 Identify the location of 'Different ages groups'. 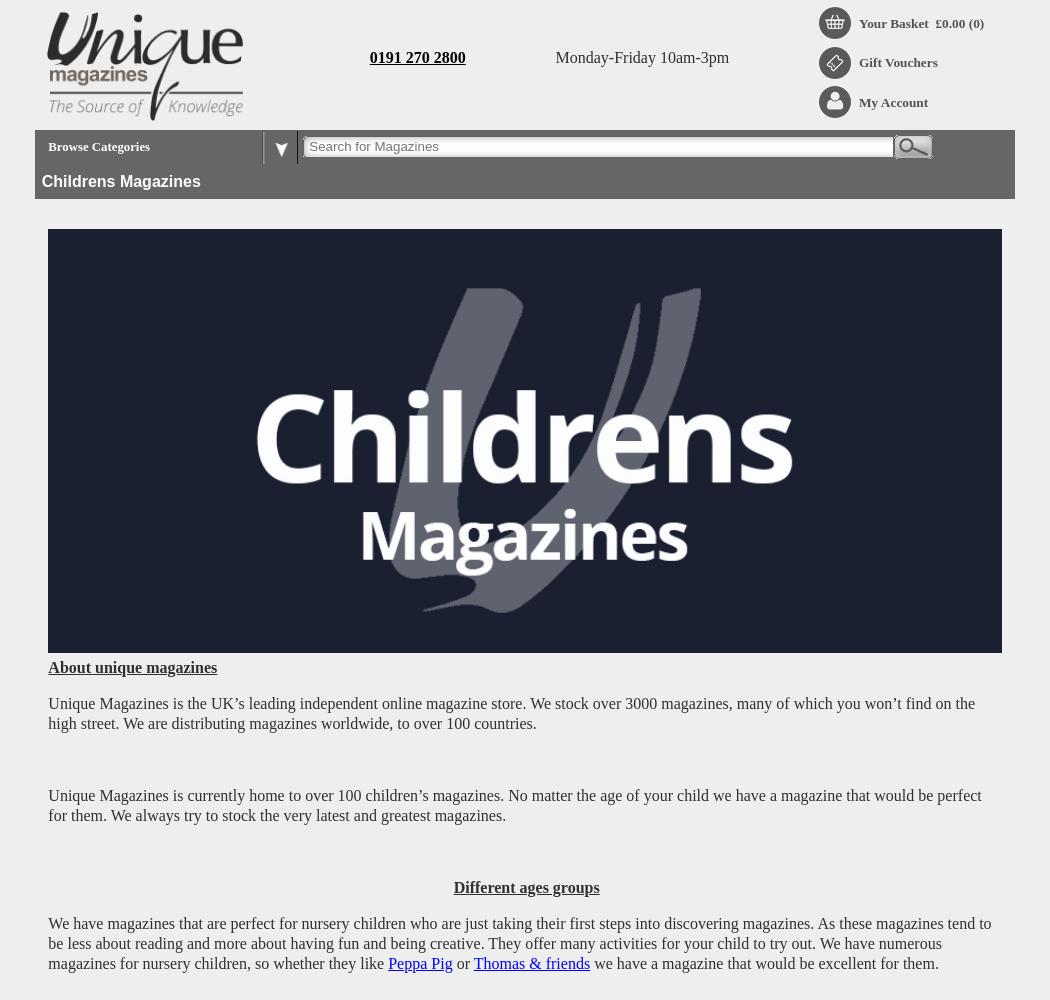
(526, 886).